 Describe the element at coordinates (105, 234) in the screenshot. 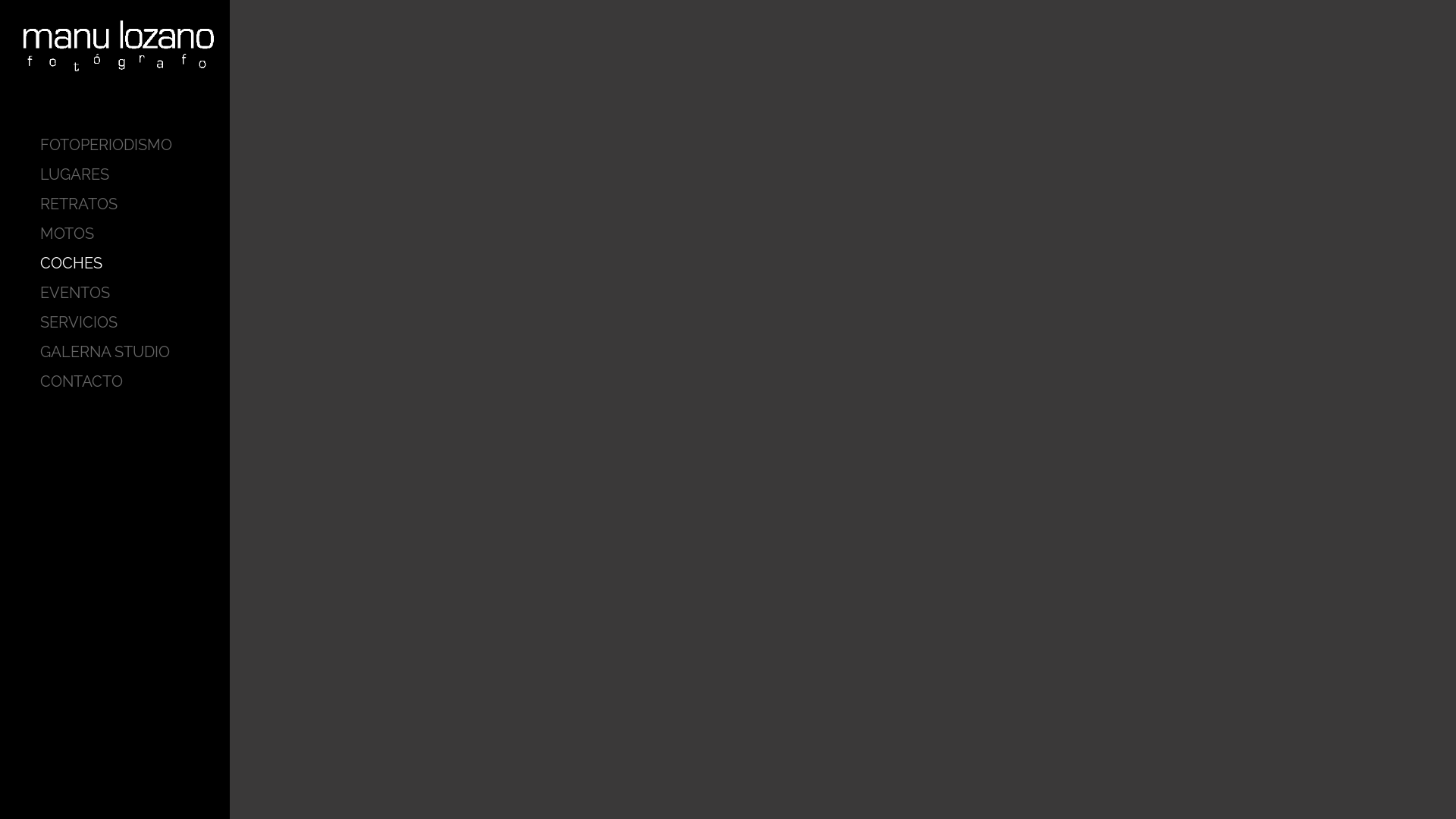

I see `'MOTOS'` at that location.